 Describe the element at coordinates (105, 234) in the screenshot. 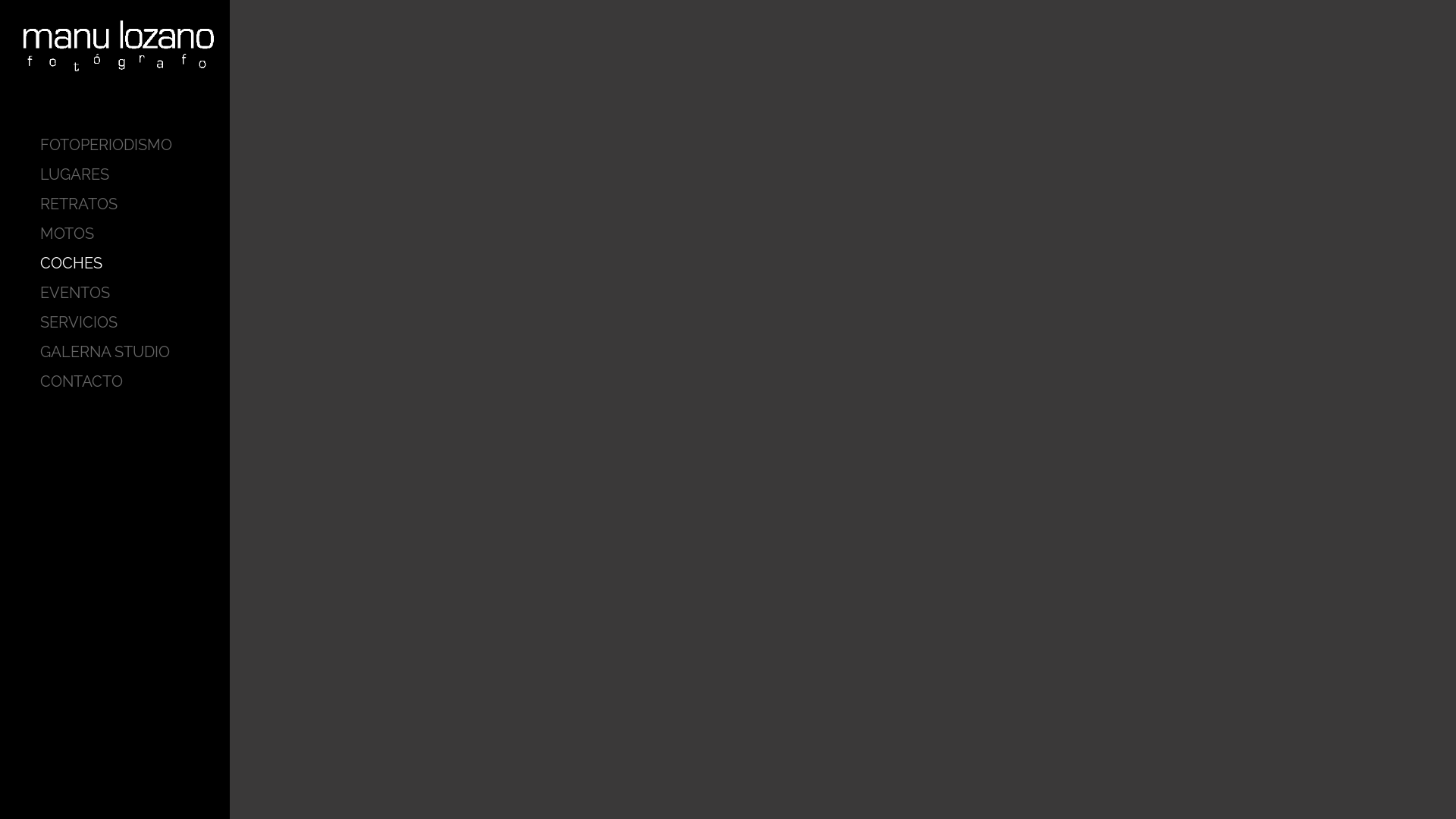

I see `'MOTOS'` at that location.